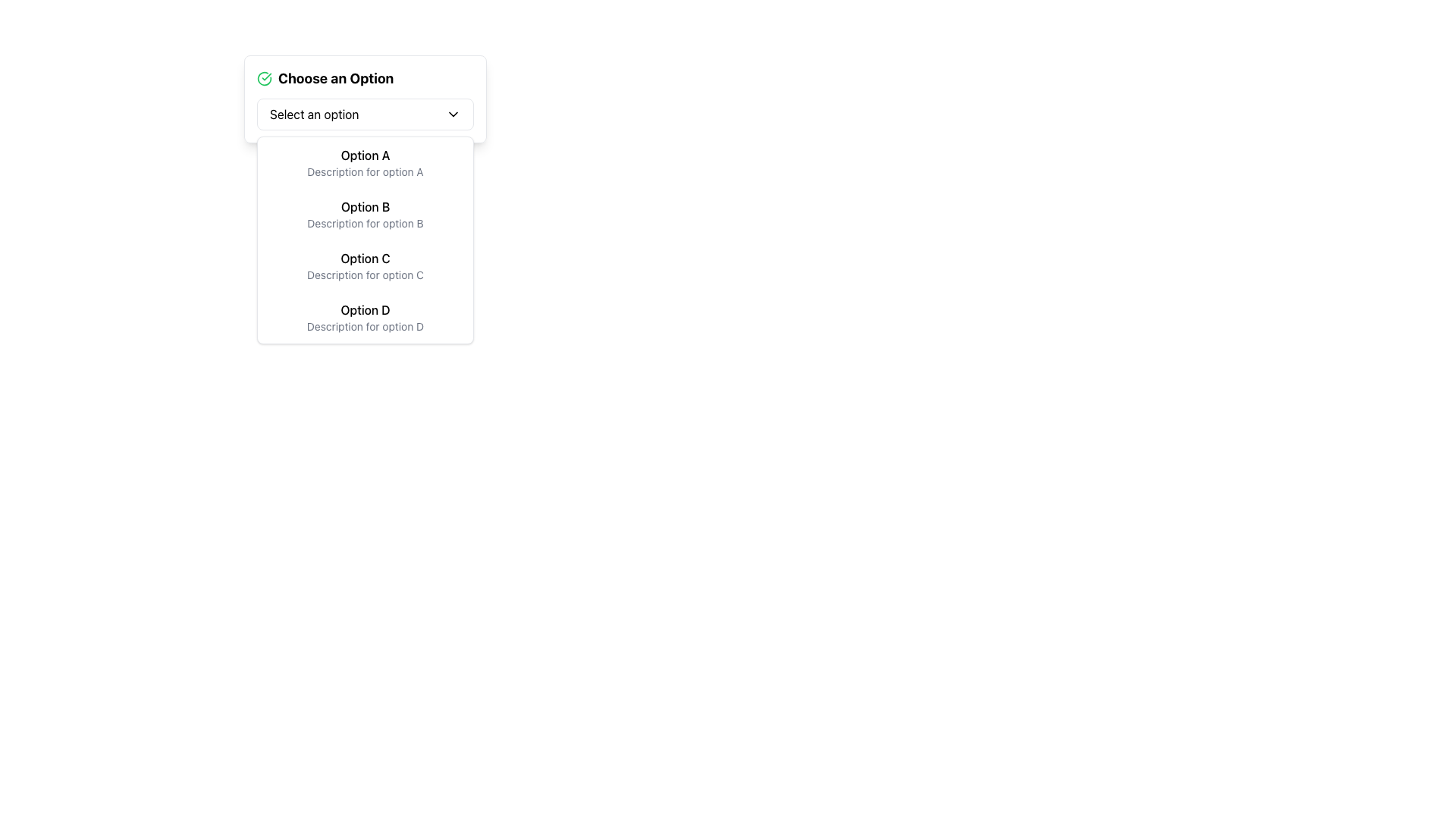 Image resolution: width=1456 pixels, height=819 pixels. What do you see at coordinates (365, 326) in the screenshot?
I see `the text element displaying 'Description for option D', which is located directly below the 'Option D' label in a dropdown menu` at bounding box center [365, 326].